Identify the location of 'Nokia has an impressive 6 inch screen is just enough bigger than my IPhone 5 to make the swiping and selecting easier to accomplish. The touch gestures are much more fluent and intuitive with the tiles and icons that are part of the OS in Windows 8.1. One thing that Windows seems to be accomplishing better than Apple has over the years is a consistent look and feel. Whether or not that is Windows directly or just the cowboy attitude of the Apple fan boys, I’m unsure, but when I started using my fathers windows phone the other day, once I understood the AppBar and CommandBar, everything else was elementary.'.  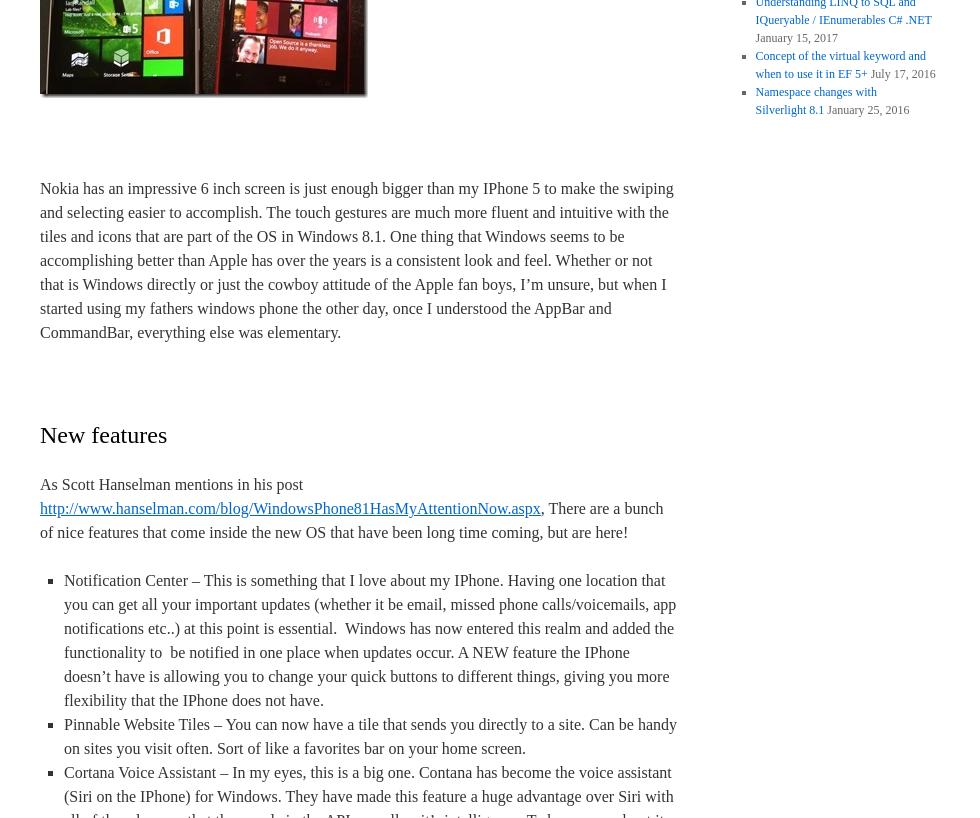
(356, 260).